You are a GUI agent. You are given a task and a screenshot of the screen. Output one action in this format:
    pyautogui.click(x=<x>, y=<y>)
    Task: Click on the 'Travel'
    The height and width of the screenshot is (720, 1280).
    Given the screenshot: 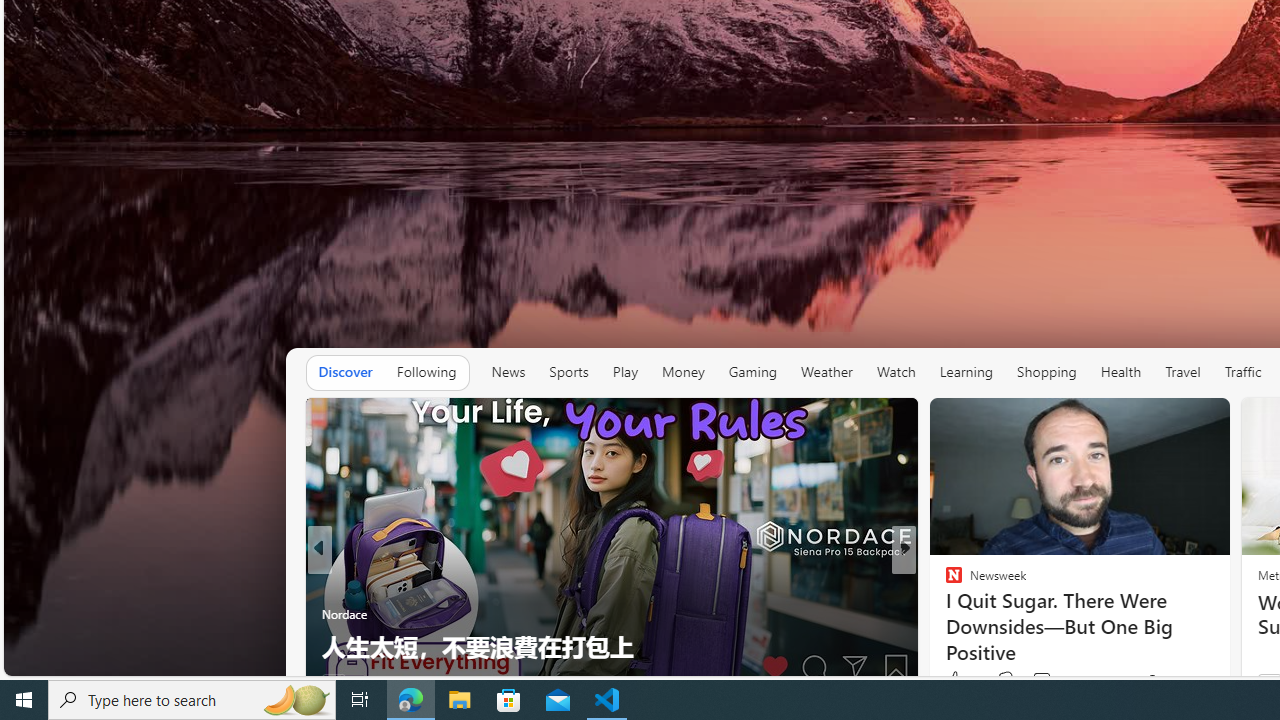 What is the action you would take?
    pyautogui.click(x=1183, y=372)
    